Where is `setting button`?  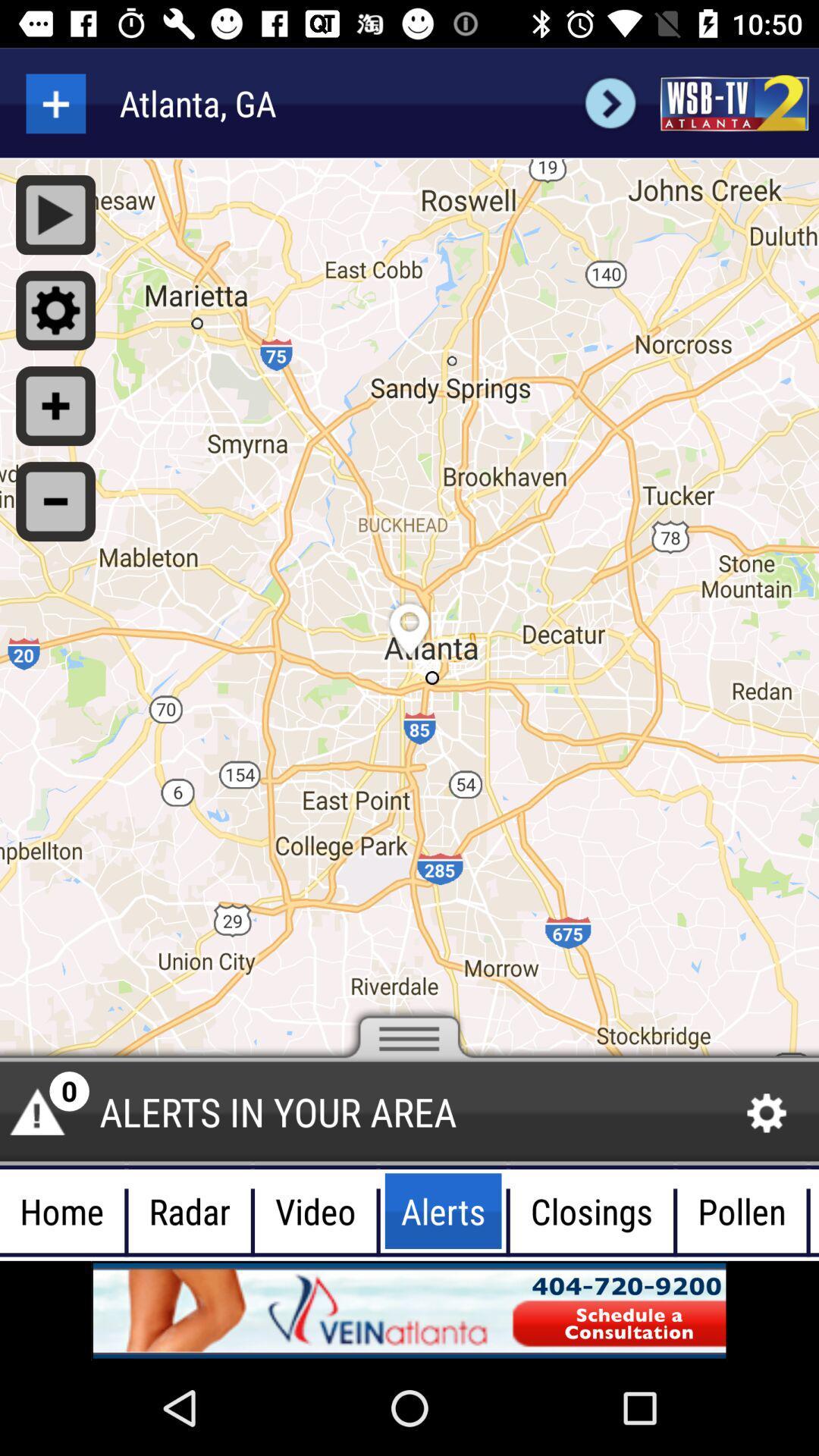
setting button is located at coordinates (55, 309).